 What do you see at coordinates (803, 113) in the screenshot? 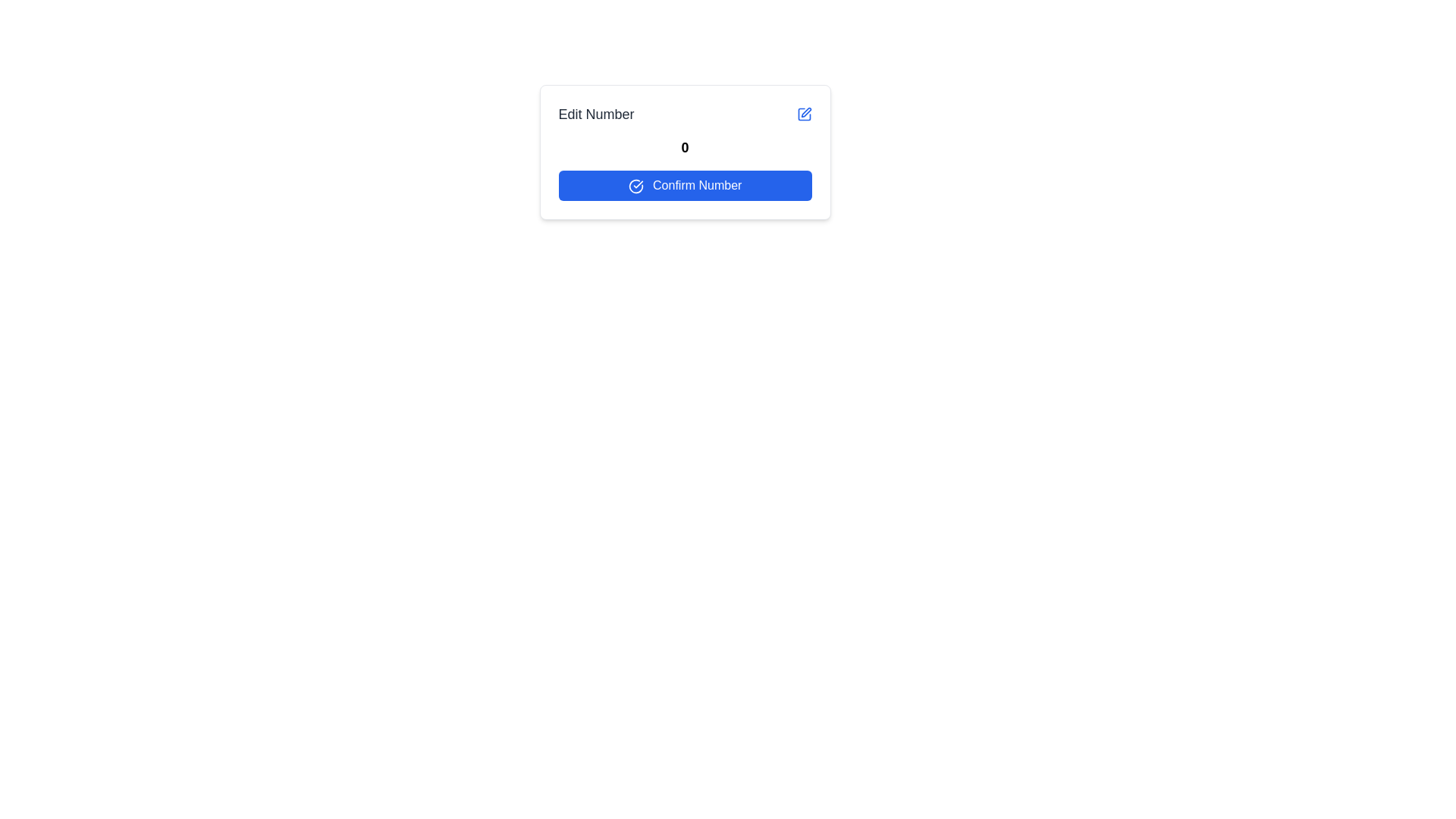
I see `the small blue pencil icon button located at the top-right corner of the 'Edit Number' card` at bounding box center [803, 113].